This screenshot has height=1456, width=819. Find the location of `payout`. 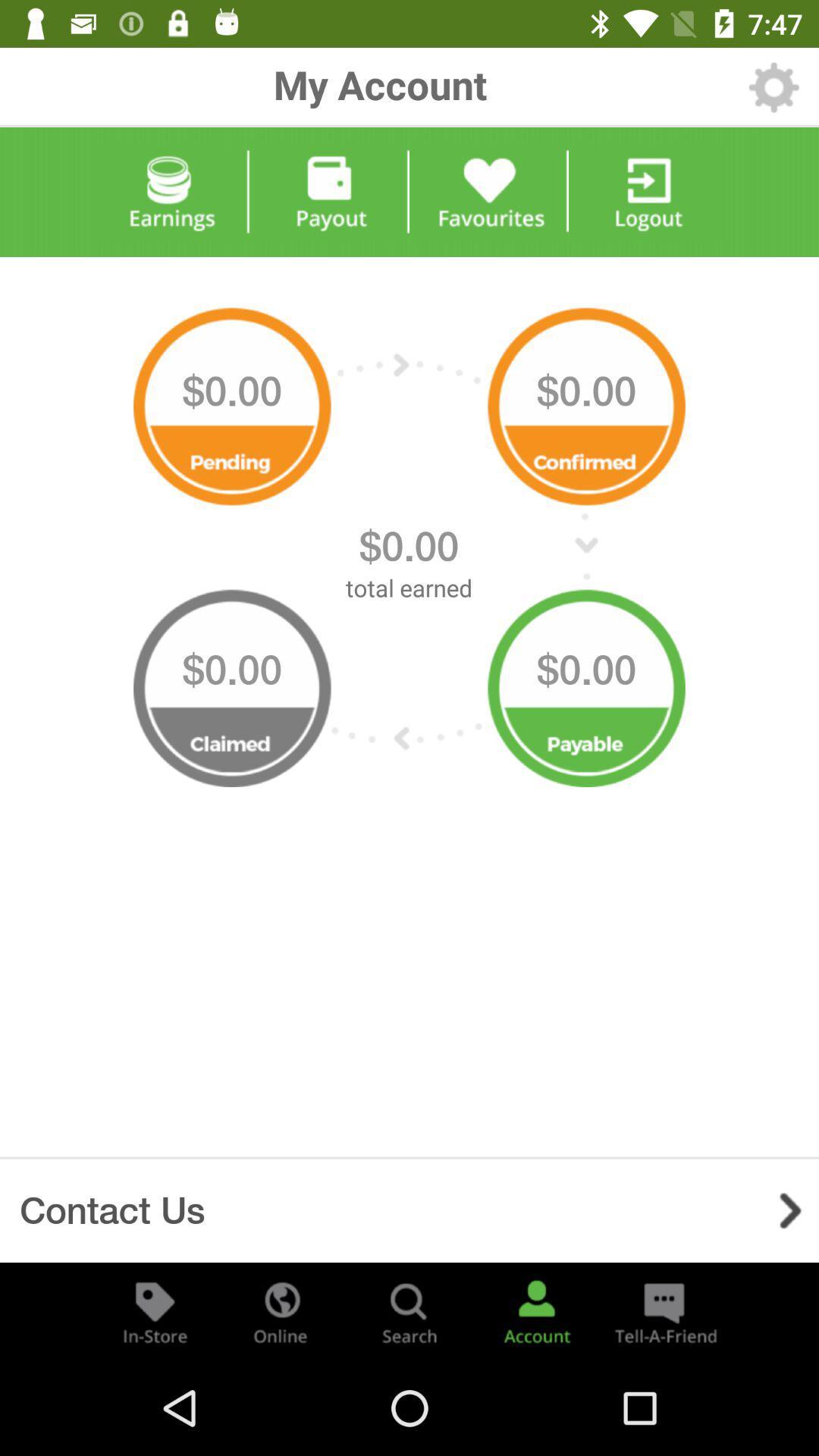

payout is located at coordinates (329, 192).